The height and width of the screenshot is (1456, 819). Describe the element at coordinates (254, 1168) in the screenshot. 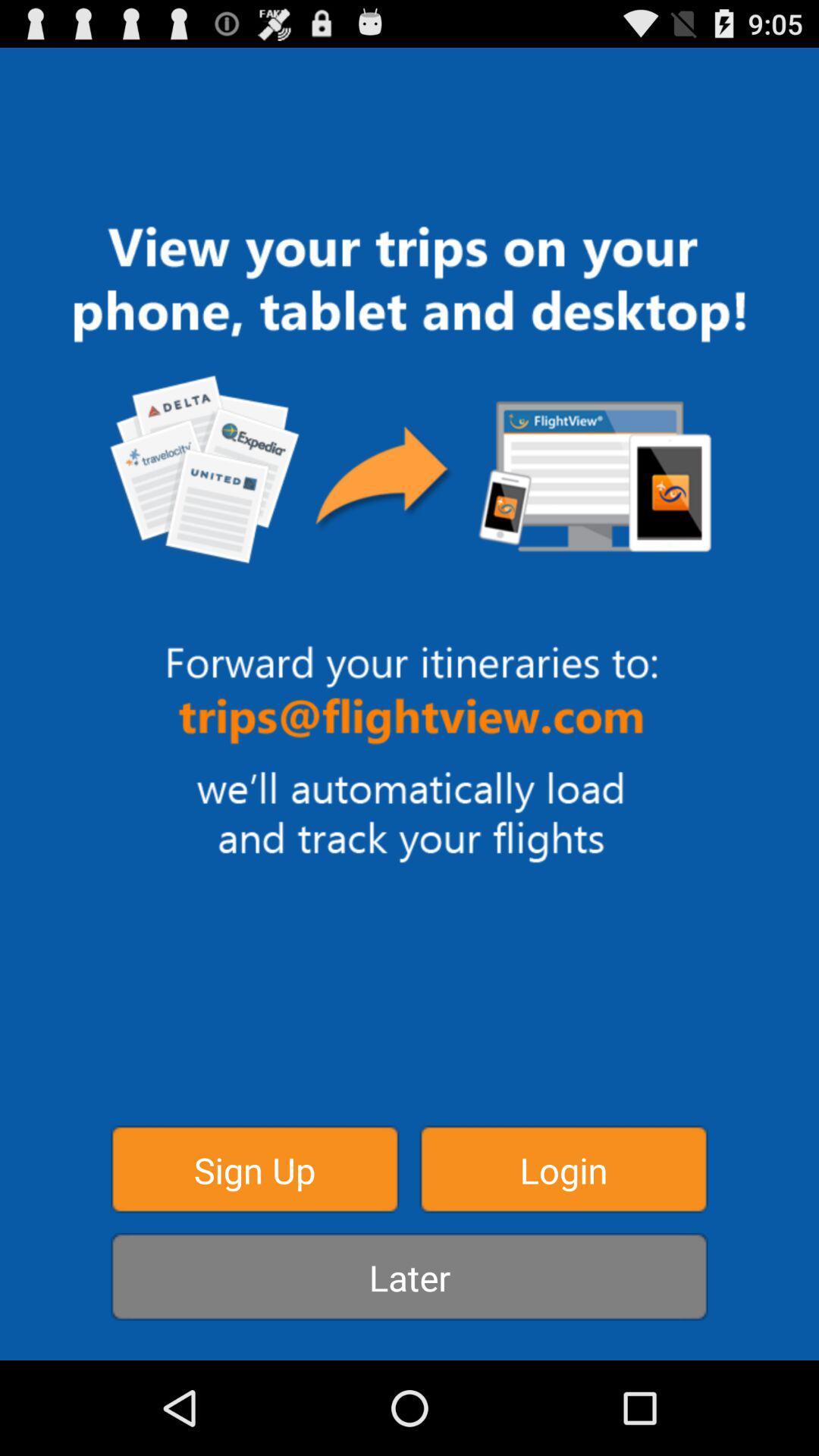

I see `the button at the bottom left corner` at that location.